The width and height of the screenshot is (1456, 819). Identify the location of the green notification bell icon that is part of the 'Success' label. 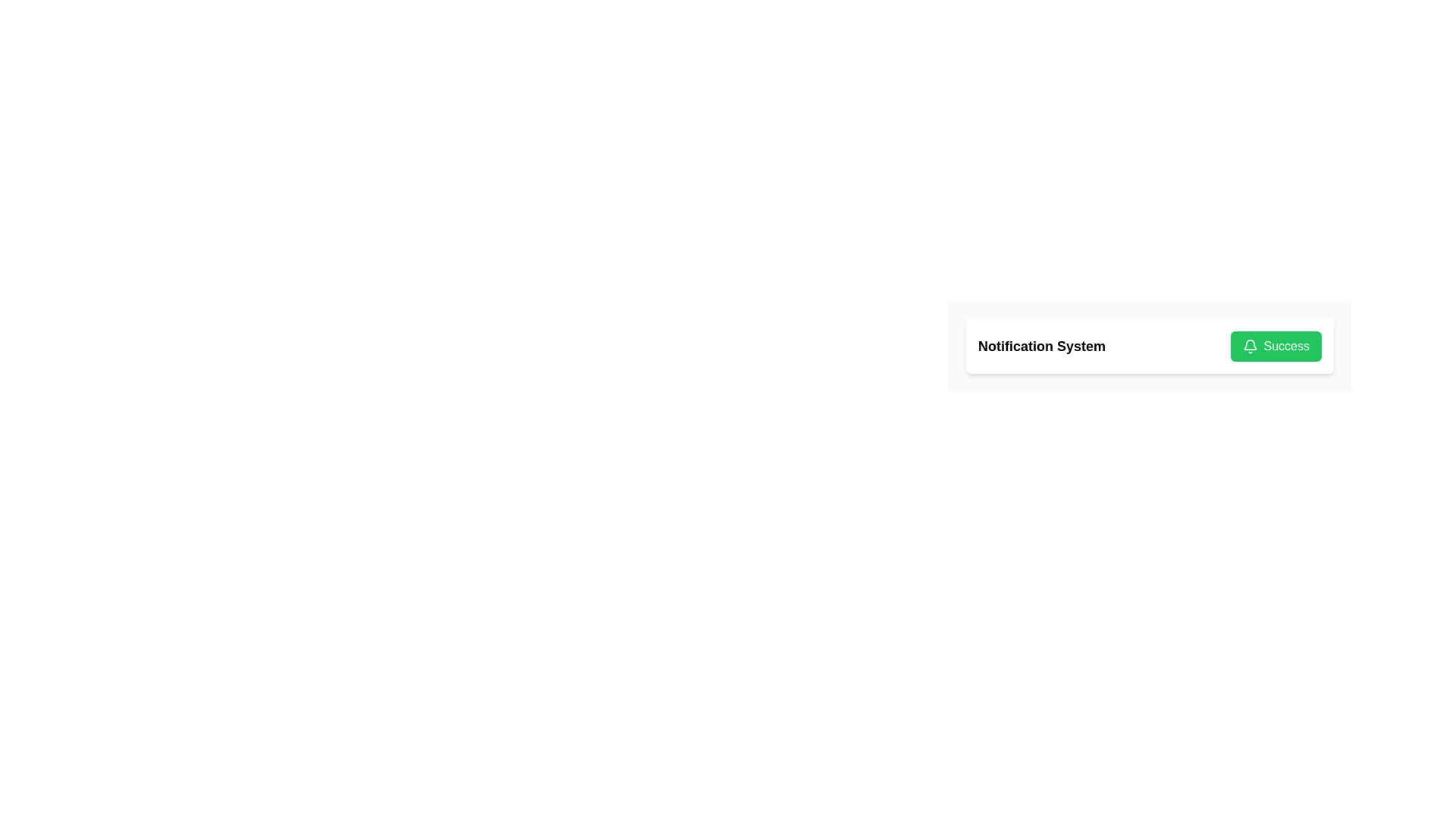
(1250, 344).